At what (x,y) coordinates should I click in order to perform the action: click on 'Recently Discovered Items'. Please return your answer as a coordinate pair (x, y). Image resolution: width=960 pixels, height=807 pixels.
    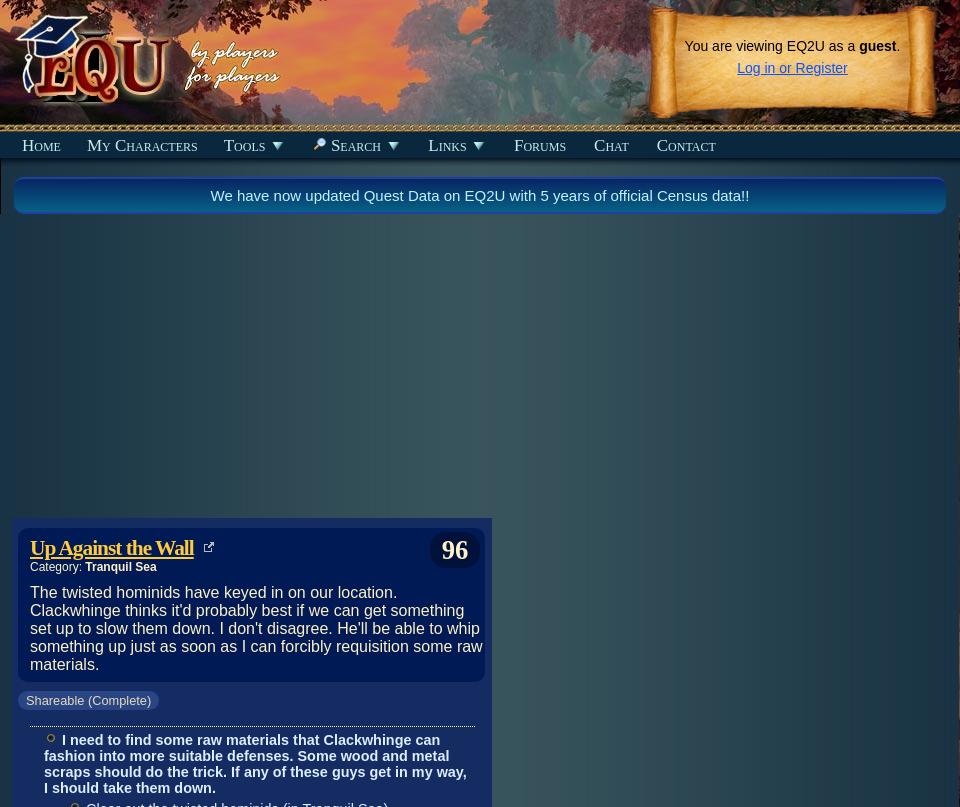
    Looking at the image, I should click on (13, 196).